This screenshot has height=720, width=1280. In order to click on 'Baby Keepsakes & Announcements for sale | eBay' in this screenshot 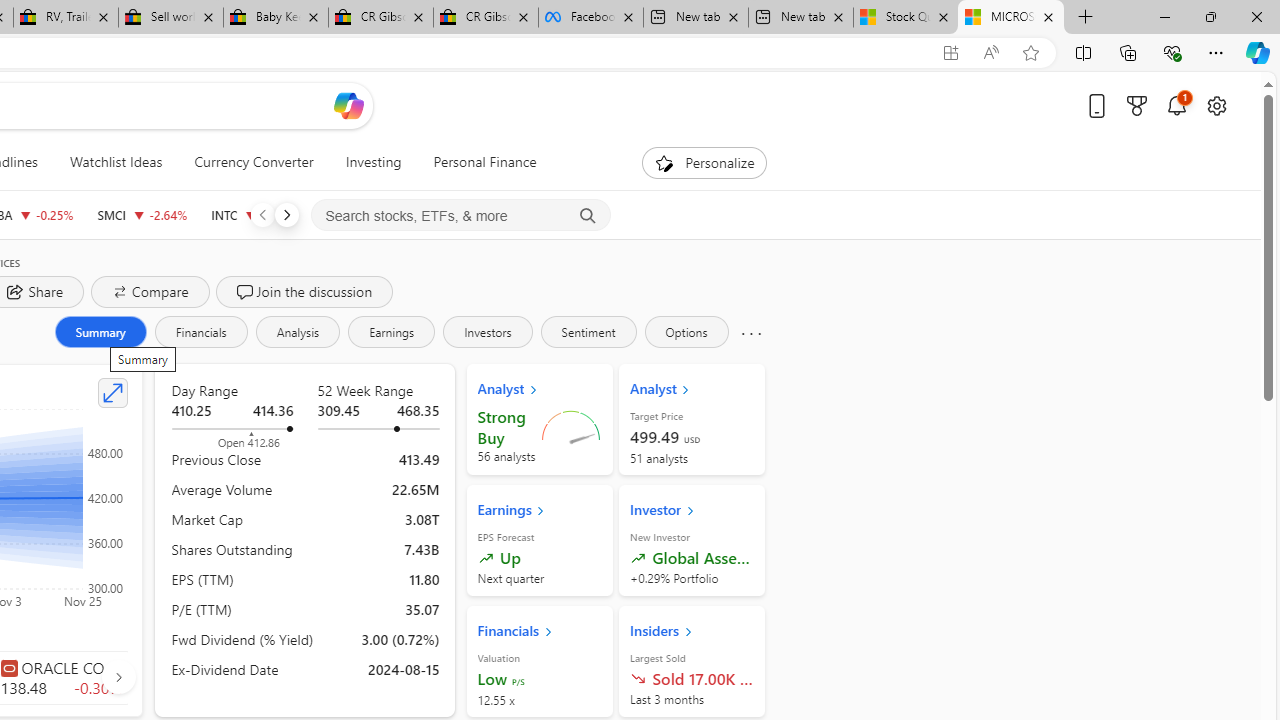, I will do `click(274, 17)`.